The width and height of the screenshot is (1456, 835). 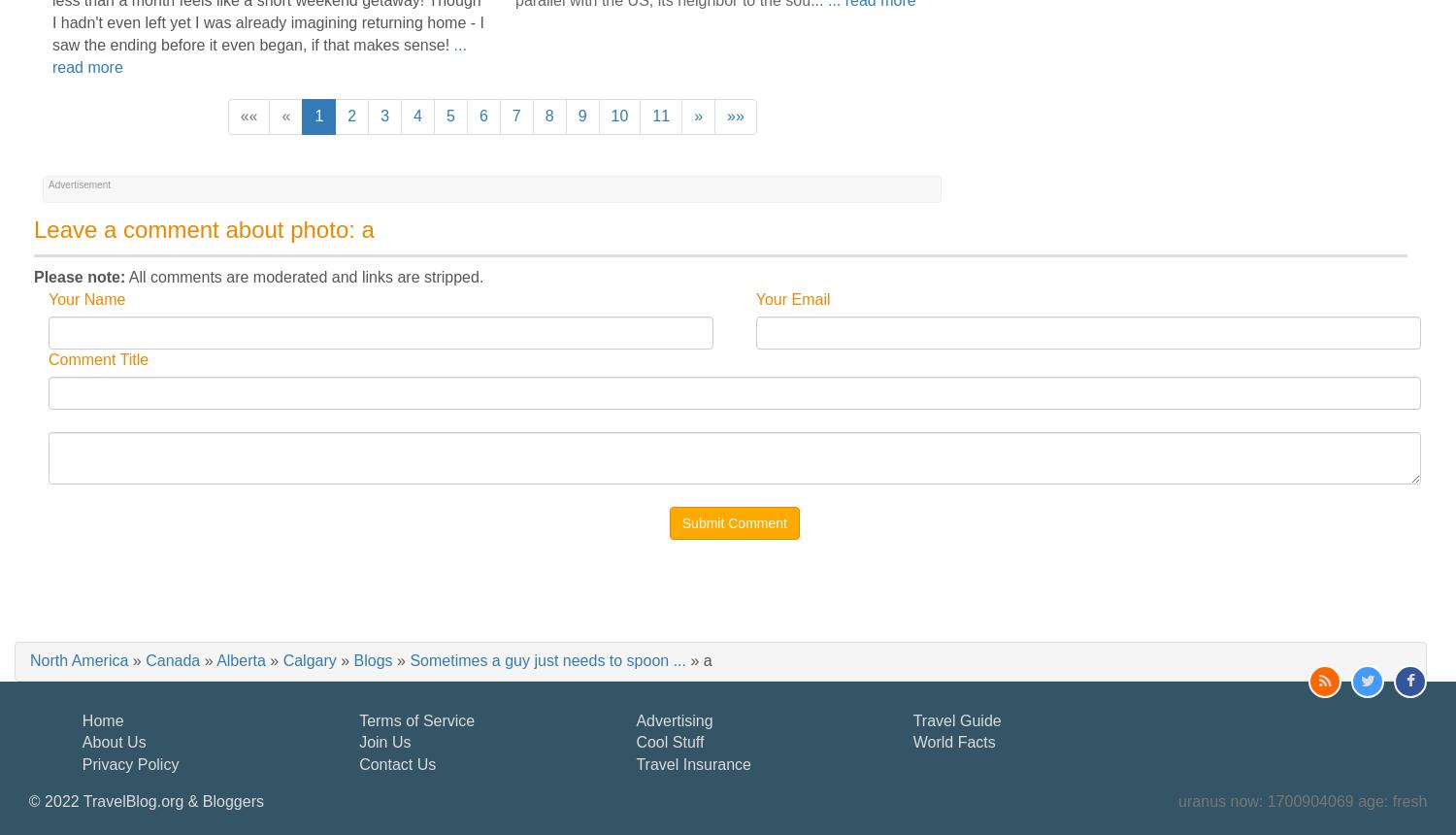 What do you see at coordinates (129, 764) in the screenshot?
I see `'Privacy Policy'` at bounding box center [129, 764].